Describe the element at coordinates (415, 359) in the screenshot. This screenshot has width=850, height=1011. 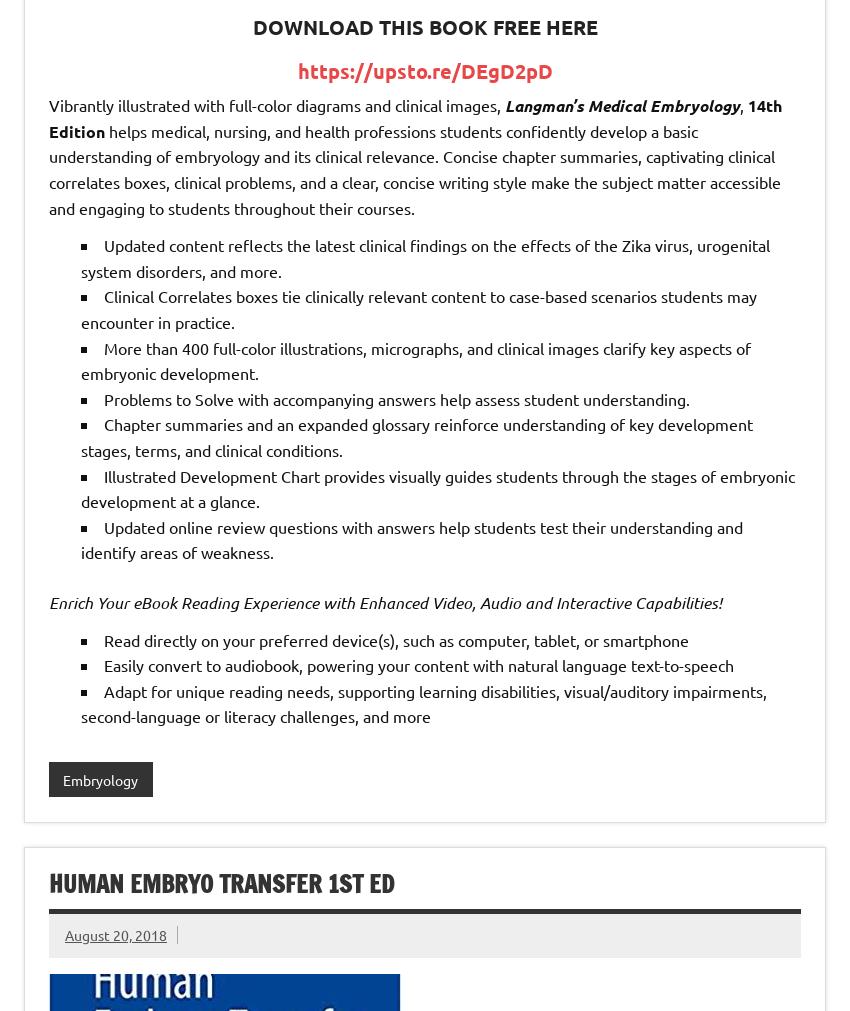
I see `'More than 400 full-color illustrations, micrographs, and clinical images clarify key aspects of embryonic development.'` at that location.